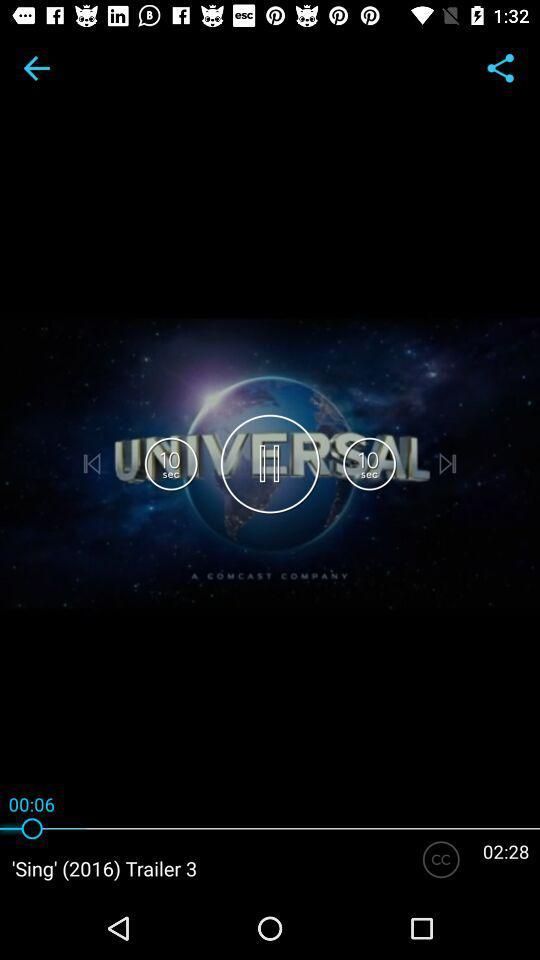 This screenshot has width=540, height=960. What do you see at coordinates (448, 463) in the screenshot?
I see `the skip_next icon` at bounding box center [448, 463].